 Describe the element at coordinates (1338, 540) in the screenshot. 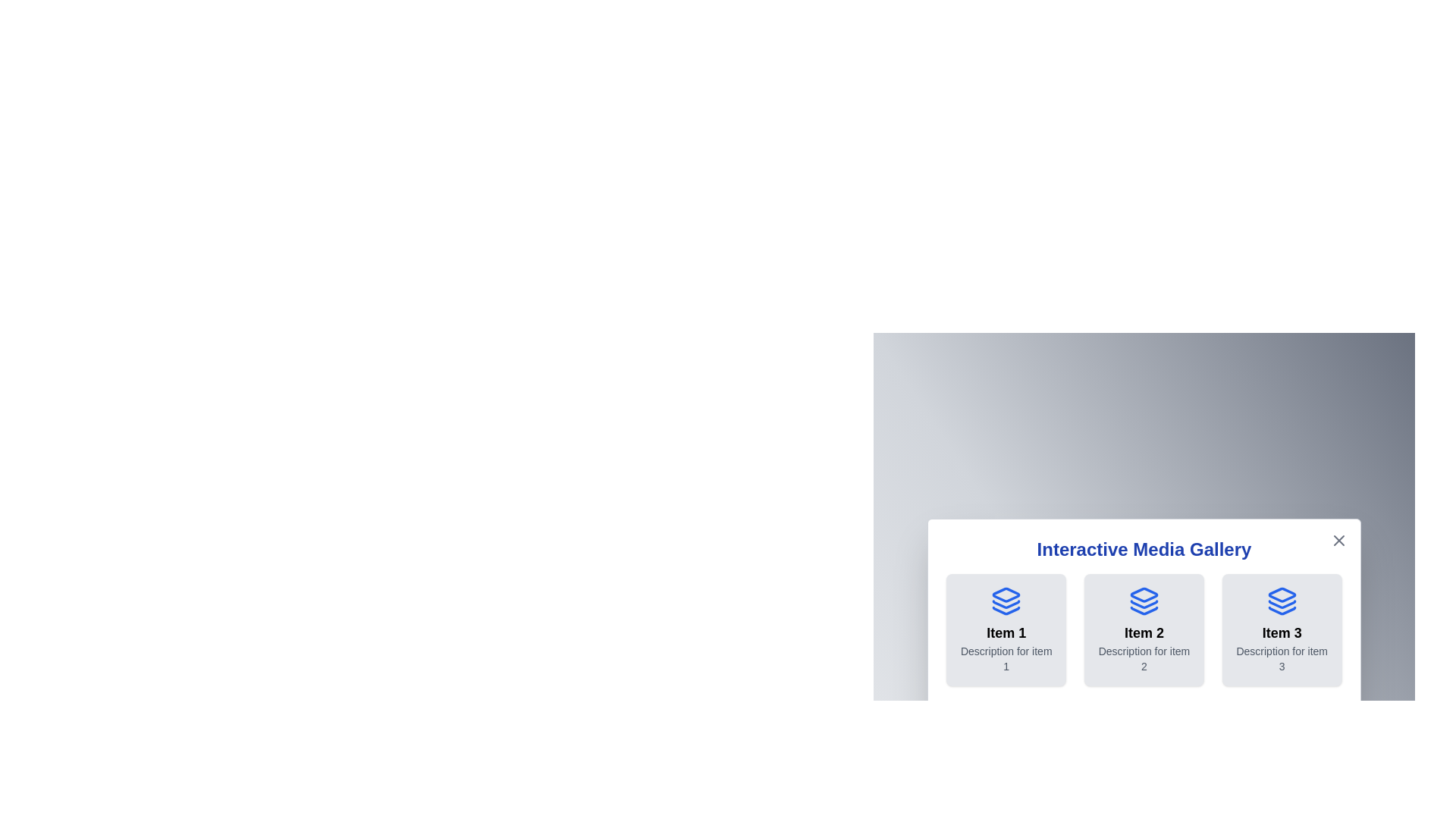

I see `the close button located at the top-right corner of the dialog` at that location.